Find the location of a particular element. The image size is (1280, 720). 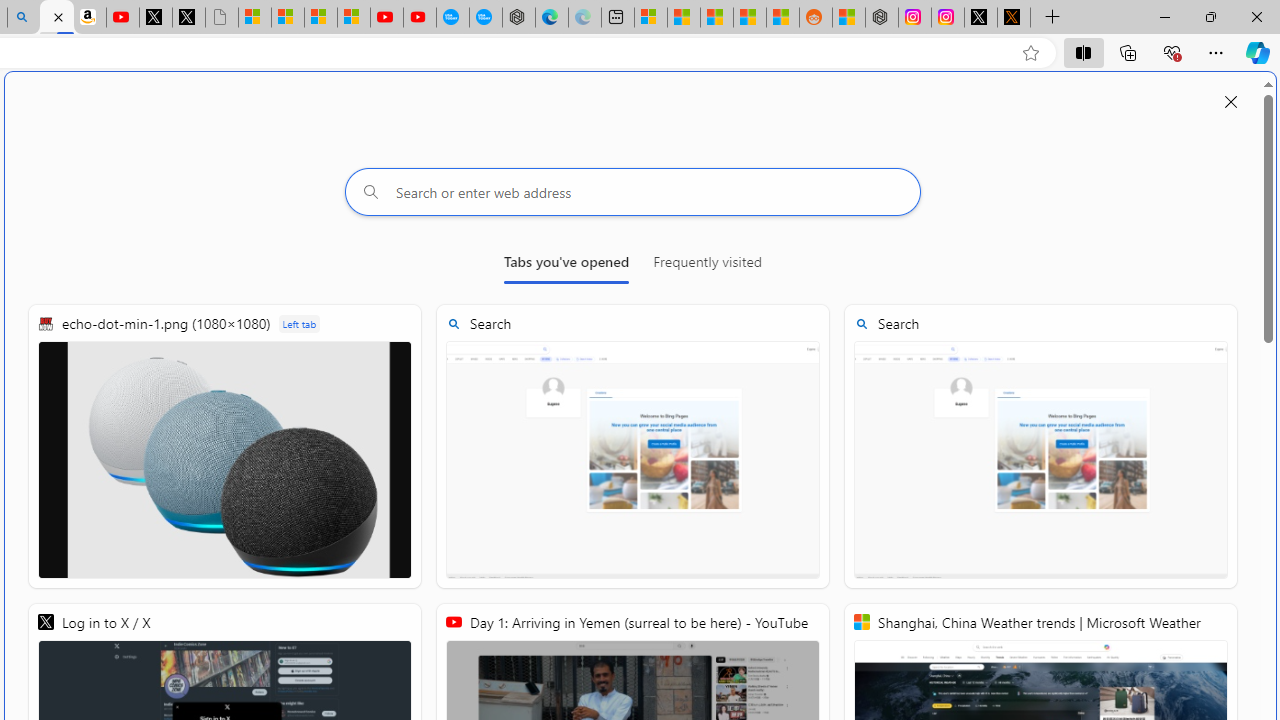

'Collections' is located at coordinates (1128, 51).